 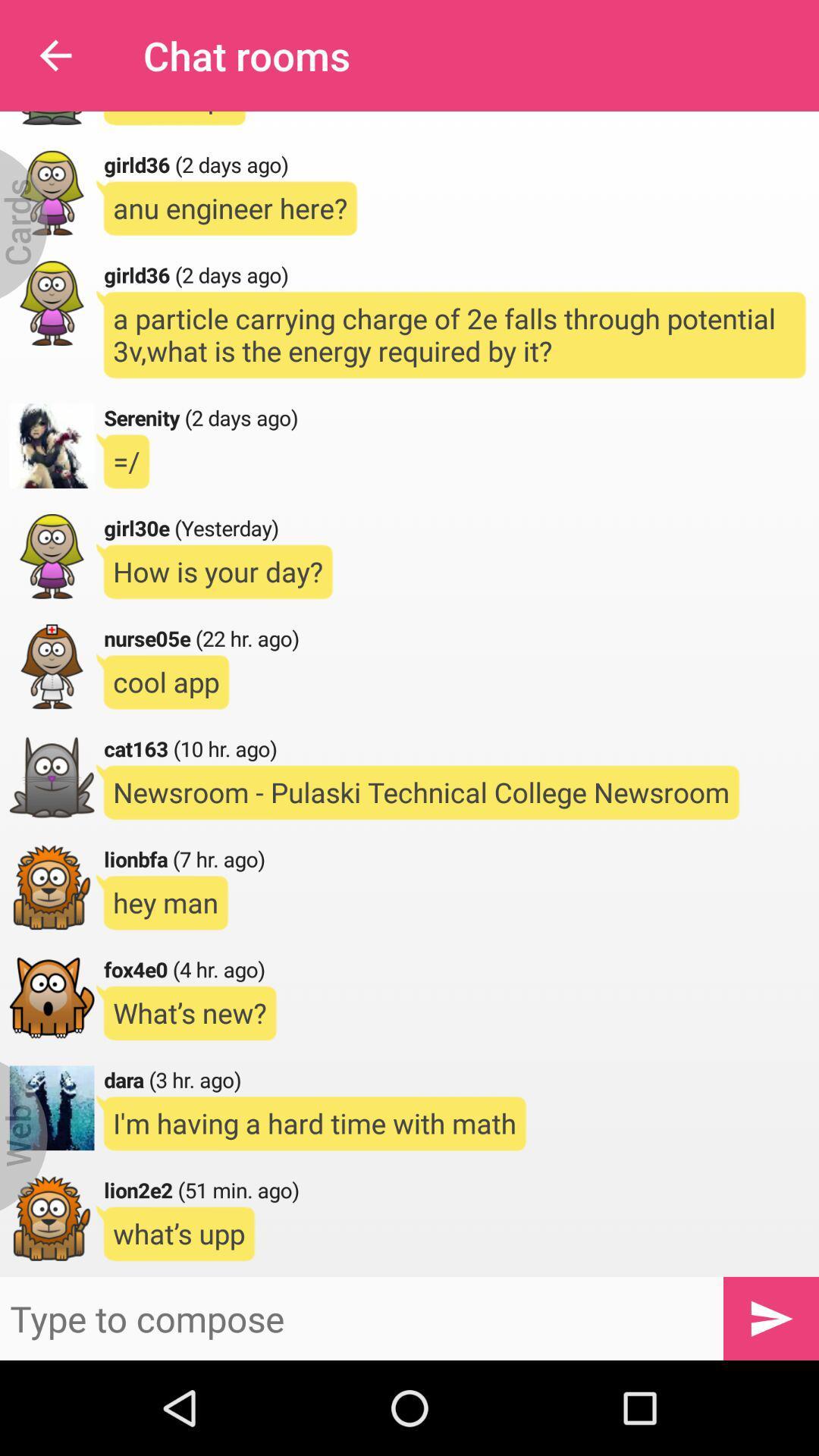 I want to click on the menu icon, so click(x=24, y=223).